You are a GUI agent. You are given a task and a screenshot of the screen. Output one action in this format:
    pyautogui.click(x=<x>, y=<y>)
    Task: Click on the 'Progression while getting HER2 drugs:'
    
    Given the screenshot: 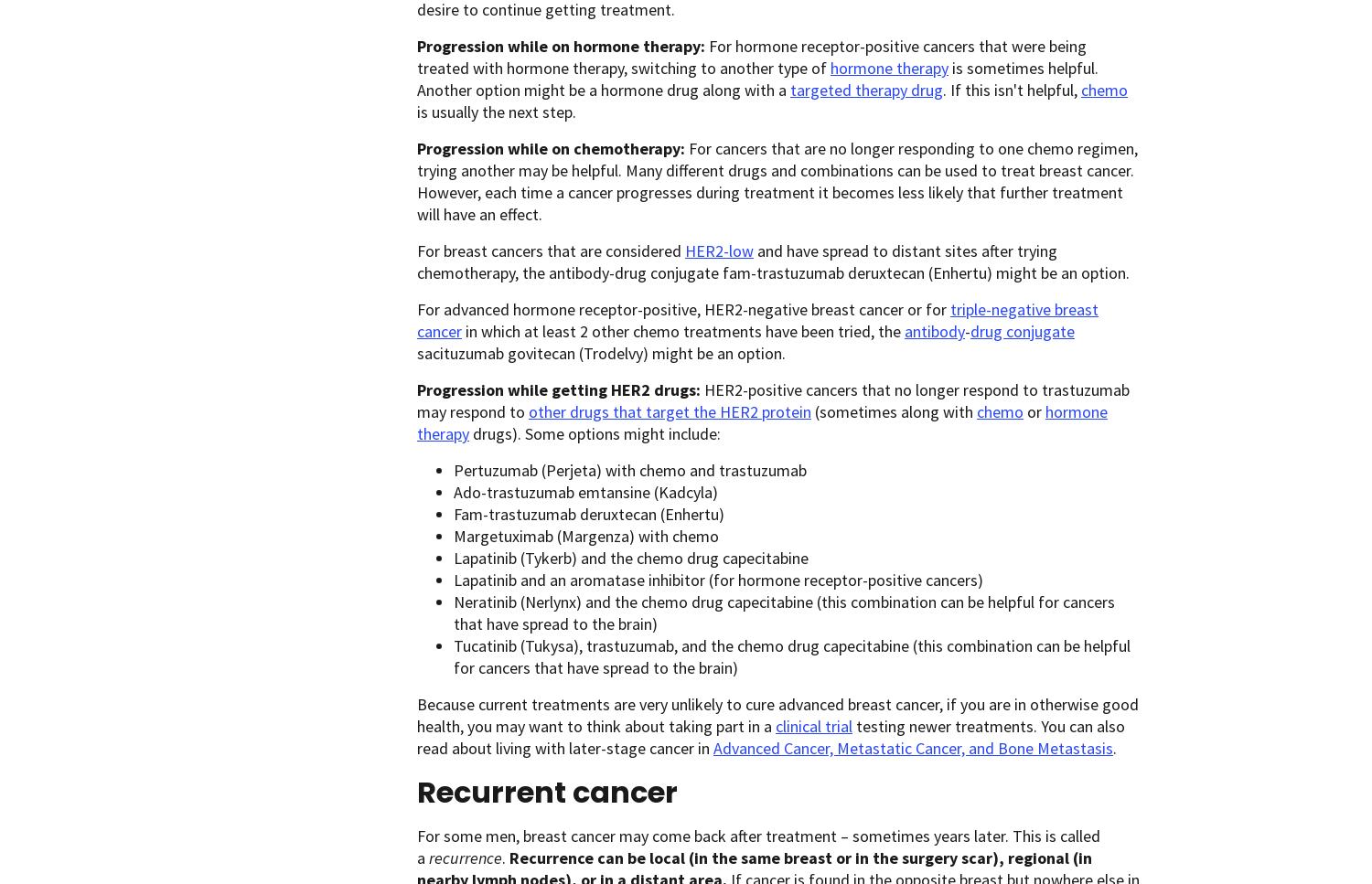 What is the action you would take?
    pyautogui.click(x=560, y=389)
    